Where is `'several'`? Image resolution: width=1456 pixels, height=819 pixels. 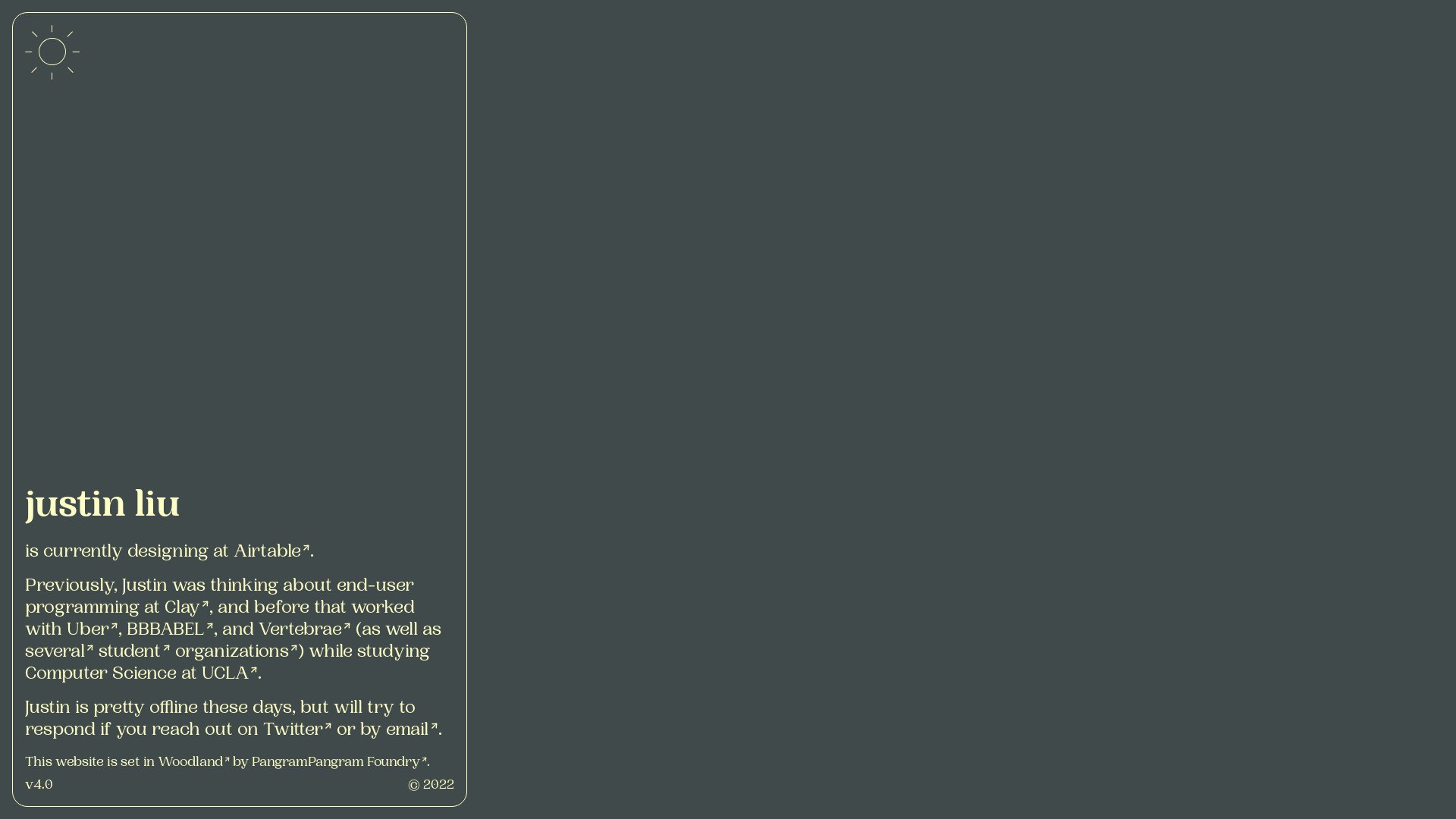 'several' is located at coordinates (25, 651).